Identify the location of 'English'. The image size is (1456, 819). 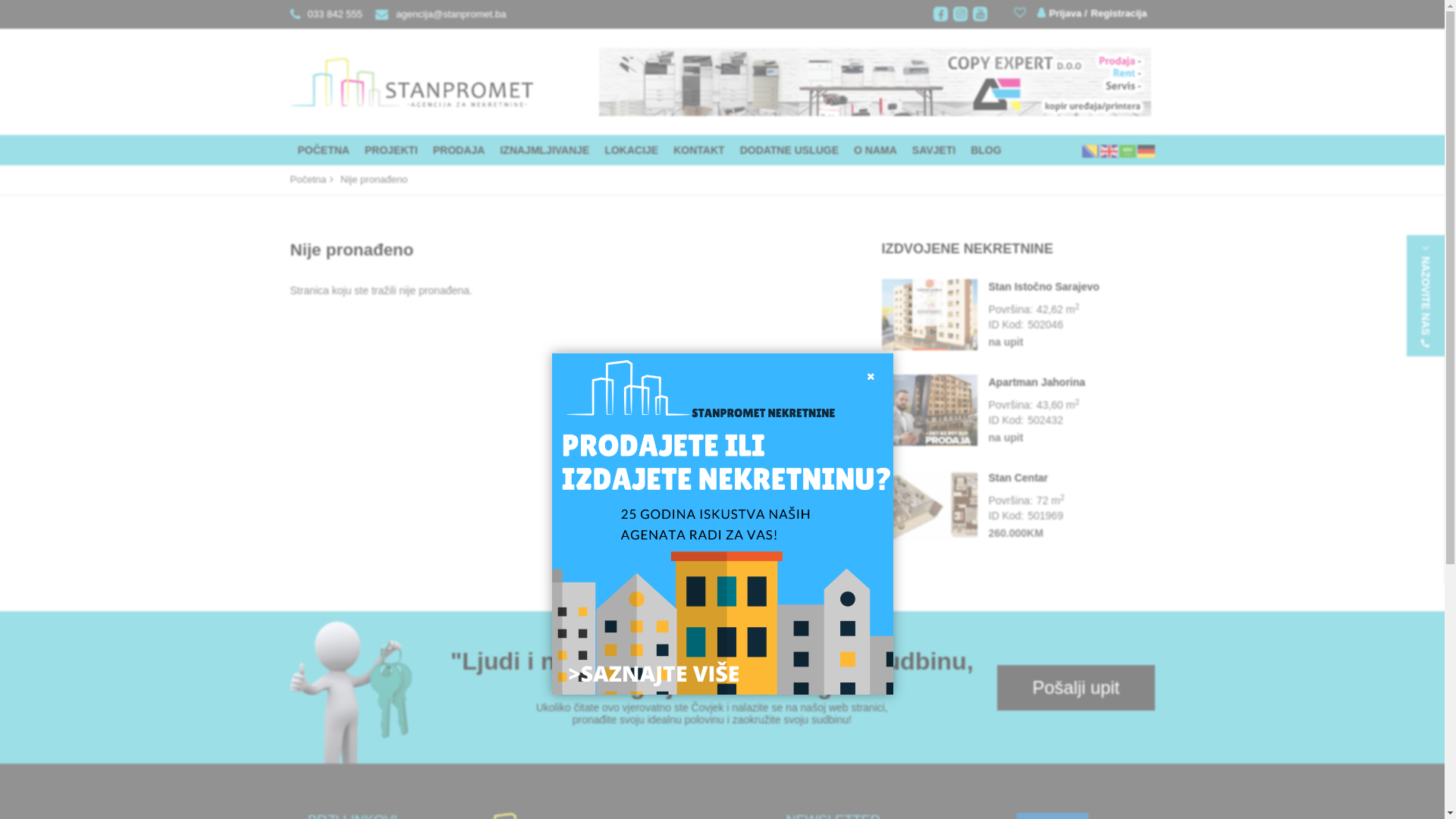
(1109, 149).